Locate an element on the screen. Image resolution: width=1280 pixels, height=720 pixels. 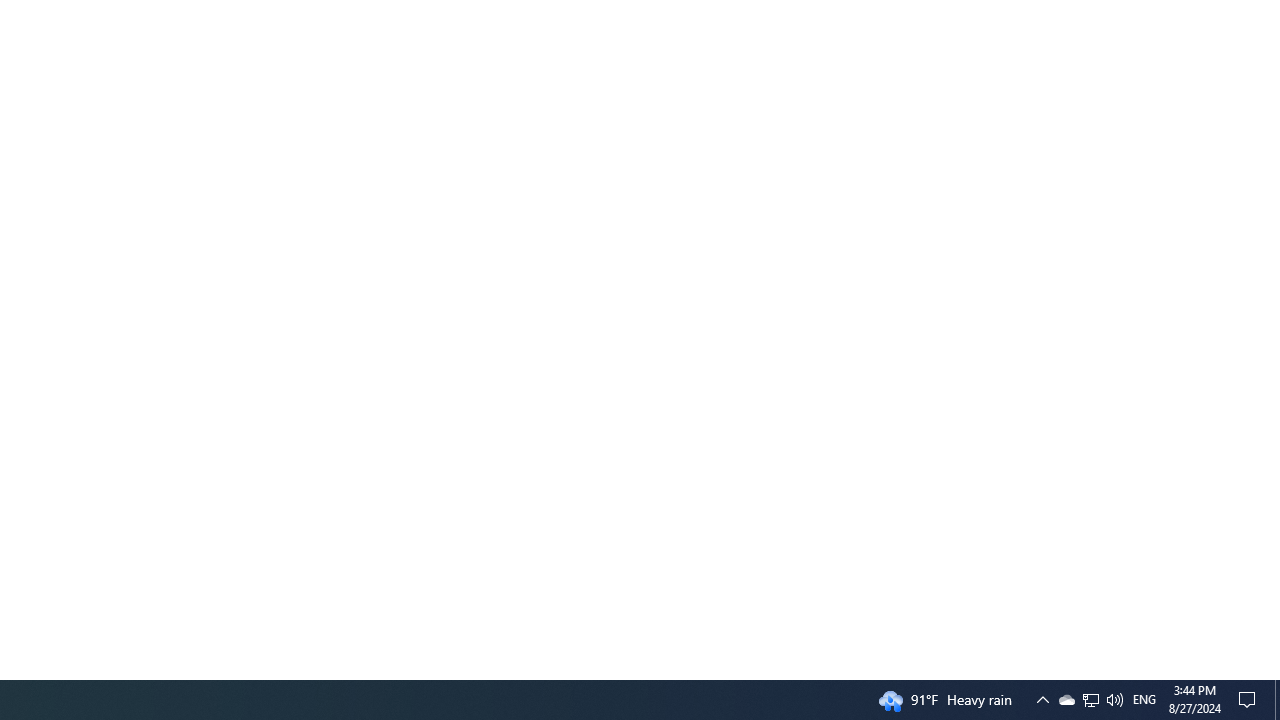
'User Promoted Notification Area' is located at coordinates (1065, 698).